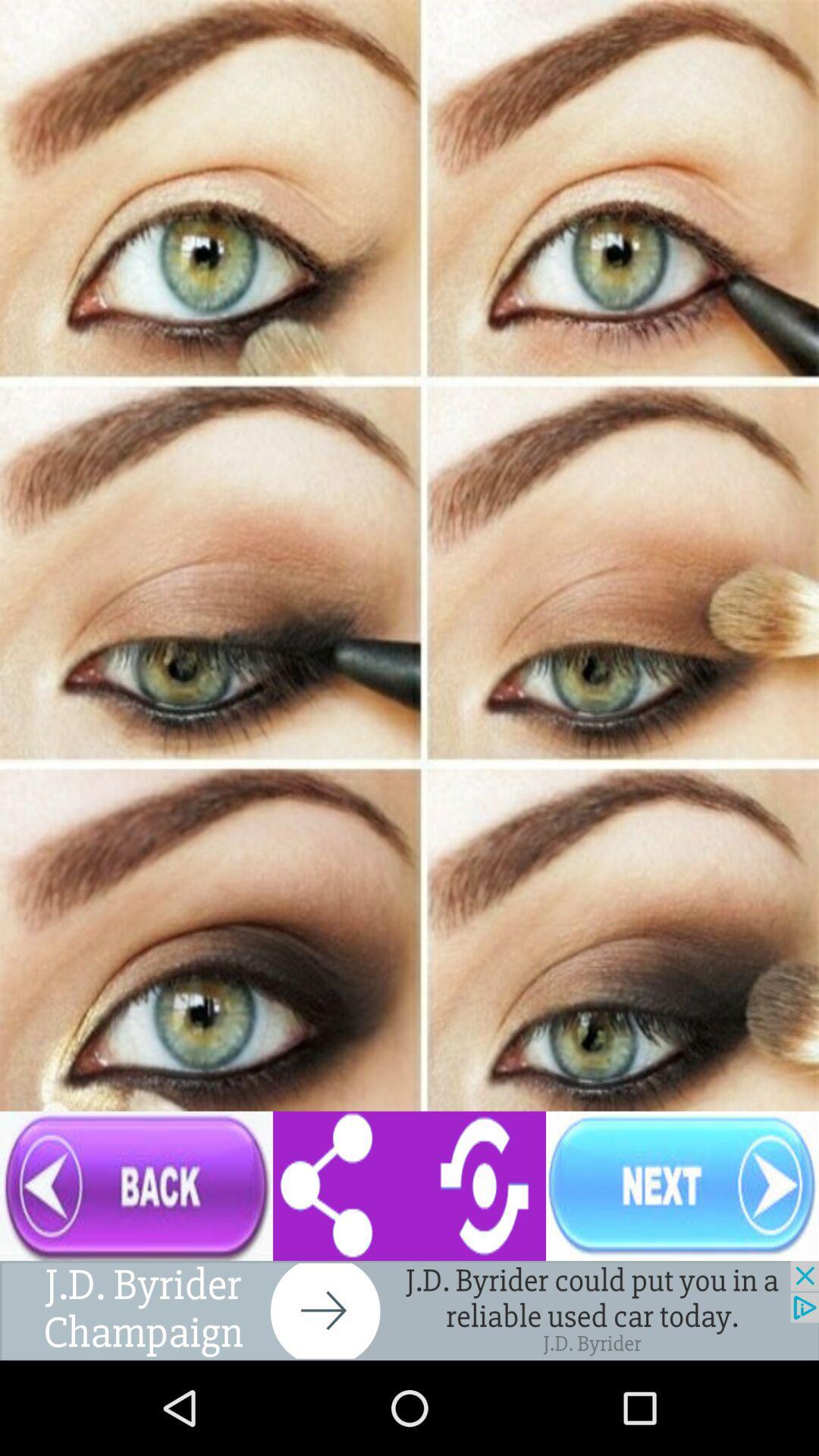 Image resolution: width=819 pixels, height=1456 pixels. I want to click on the advertising website, so click(409, 1310).